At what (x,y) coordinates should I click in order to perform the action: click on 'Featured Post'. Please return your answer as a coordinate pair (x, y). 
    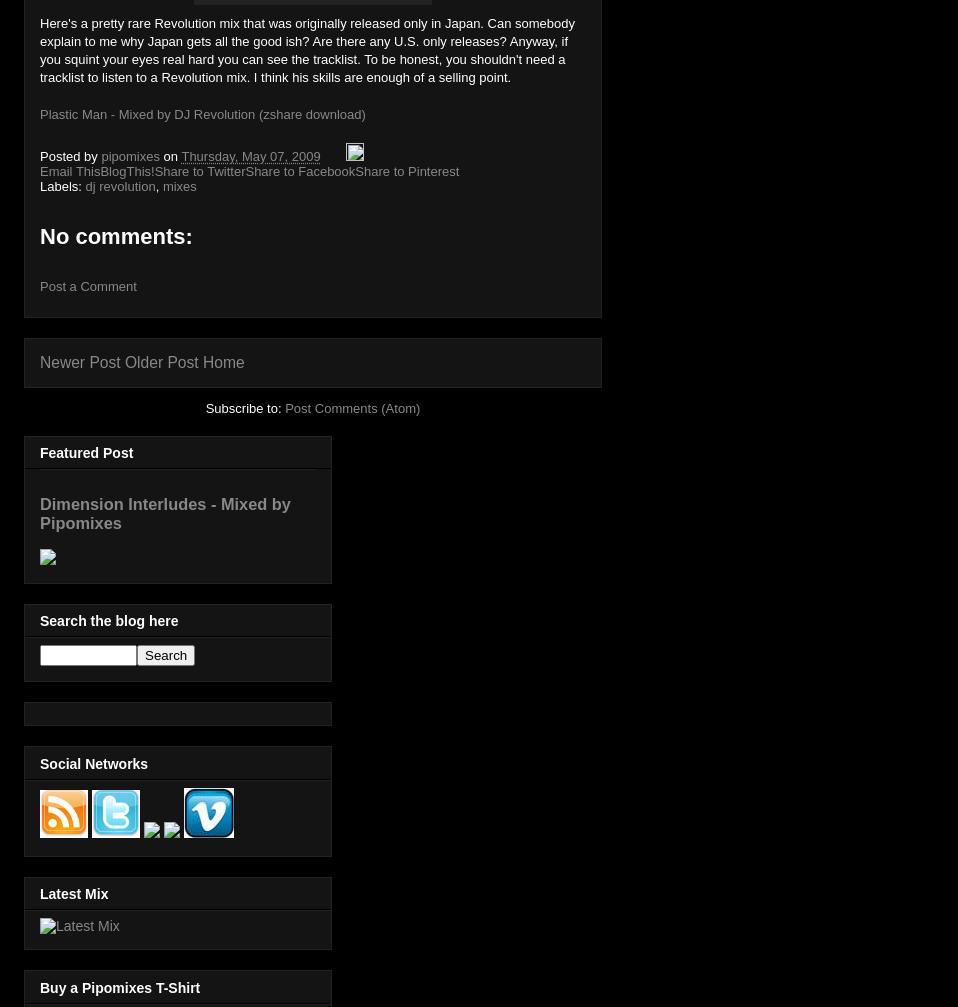
    Looking at the image, I should click on (39, 453).